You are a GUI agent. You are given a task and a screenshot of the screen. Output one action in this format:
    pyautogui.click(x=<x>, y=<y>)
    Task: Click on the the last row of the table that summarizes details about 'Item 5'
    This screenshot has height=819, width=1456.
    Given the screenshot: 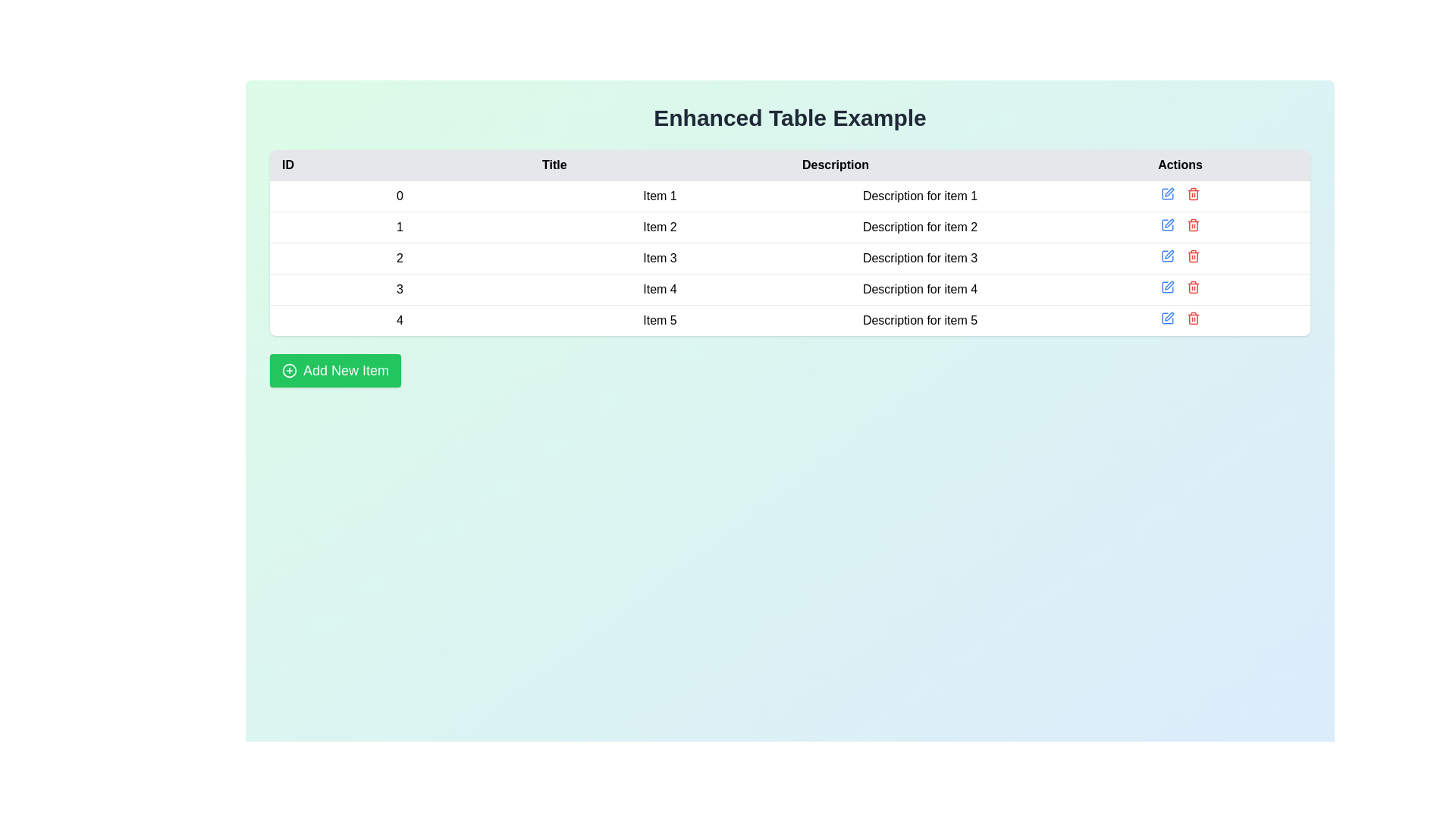 What is the action you would take?
    pyautogui.click(x=789, y=318)
    